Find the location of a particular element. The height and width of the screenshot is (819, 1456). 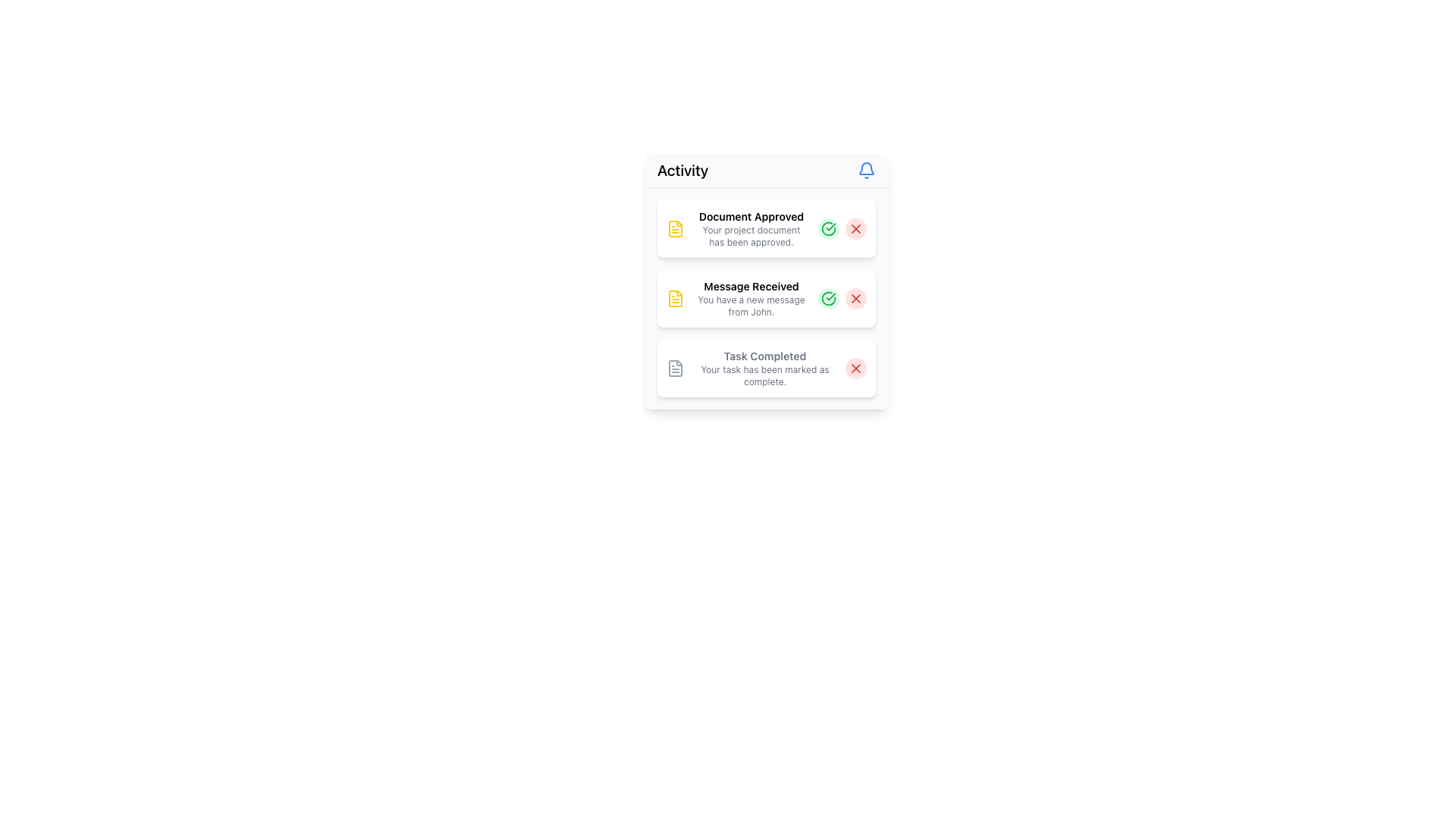

the approval Icon button located on the second row of the 'Activity' component, to the right of the 'Message Received' entry, to confirm or approve the associated item is located at coordinates (828, 298).